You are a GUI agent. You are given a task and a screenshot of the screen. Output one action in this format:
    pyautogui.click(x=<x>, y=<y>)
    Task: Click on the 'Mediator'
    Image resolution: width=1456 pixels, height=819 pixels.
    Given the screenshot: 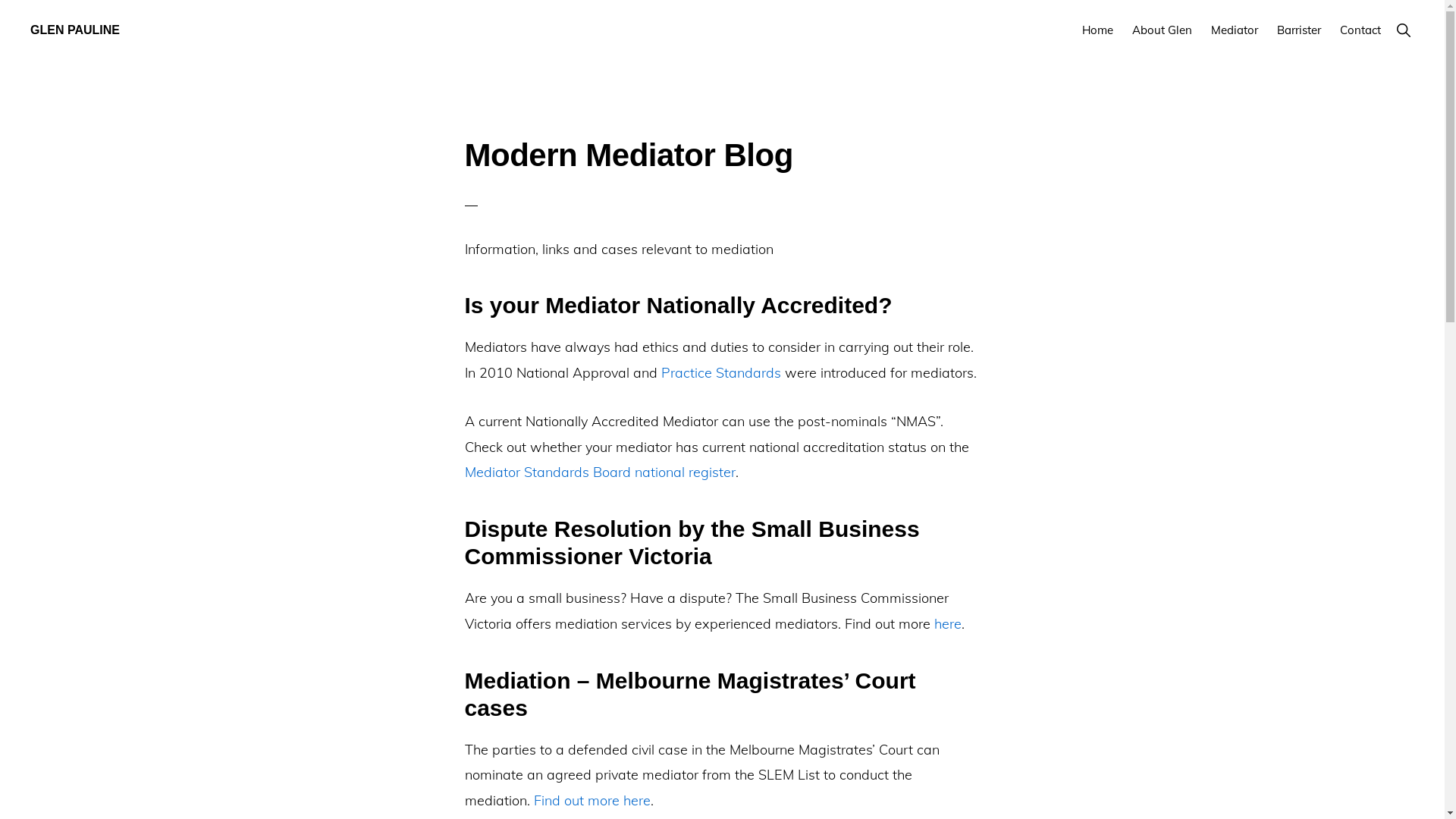 What is the action you would take?
    pyautogui.click(x=1203, y=30)
    